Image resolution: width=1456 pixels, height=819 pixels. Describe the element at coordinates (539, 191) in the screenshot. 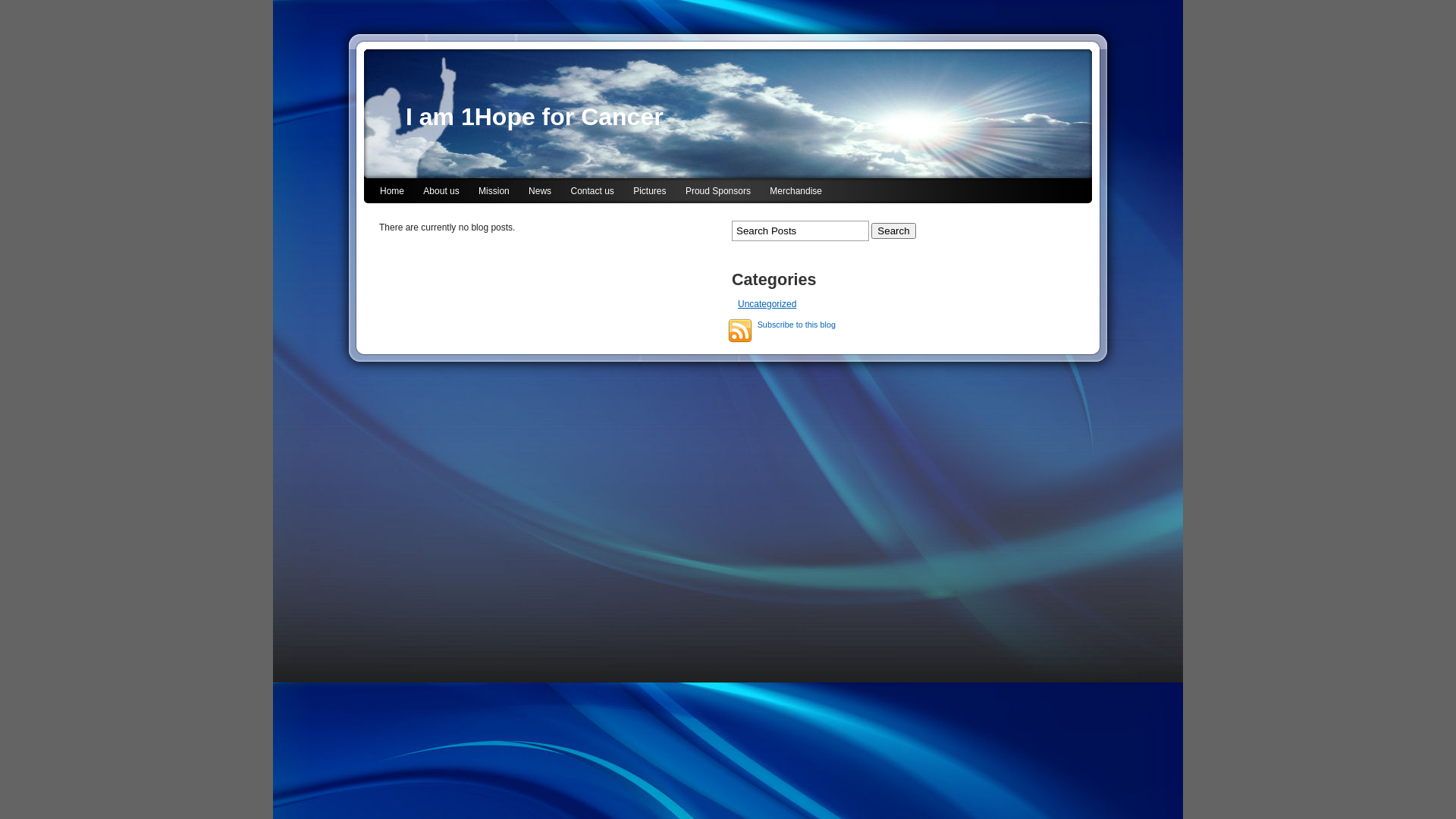

I see `'News'` at that location.